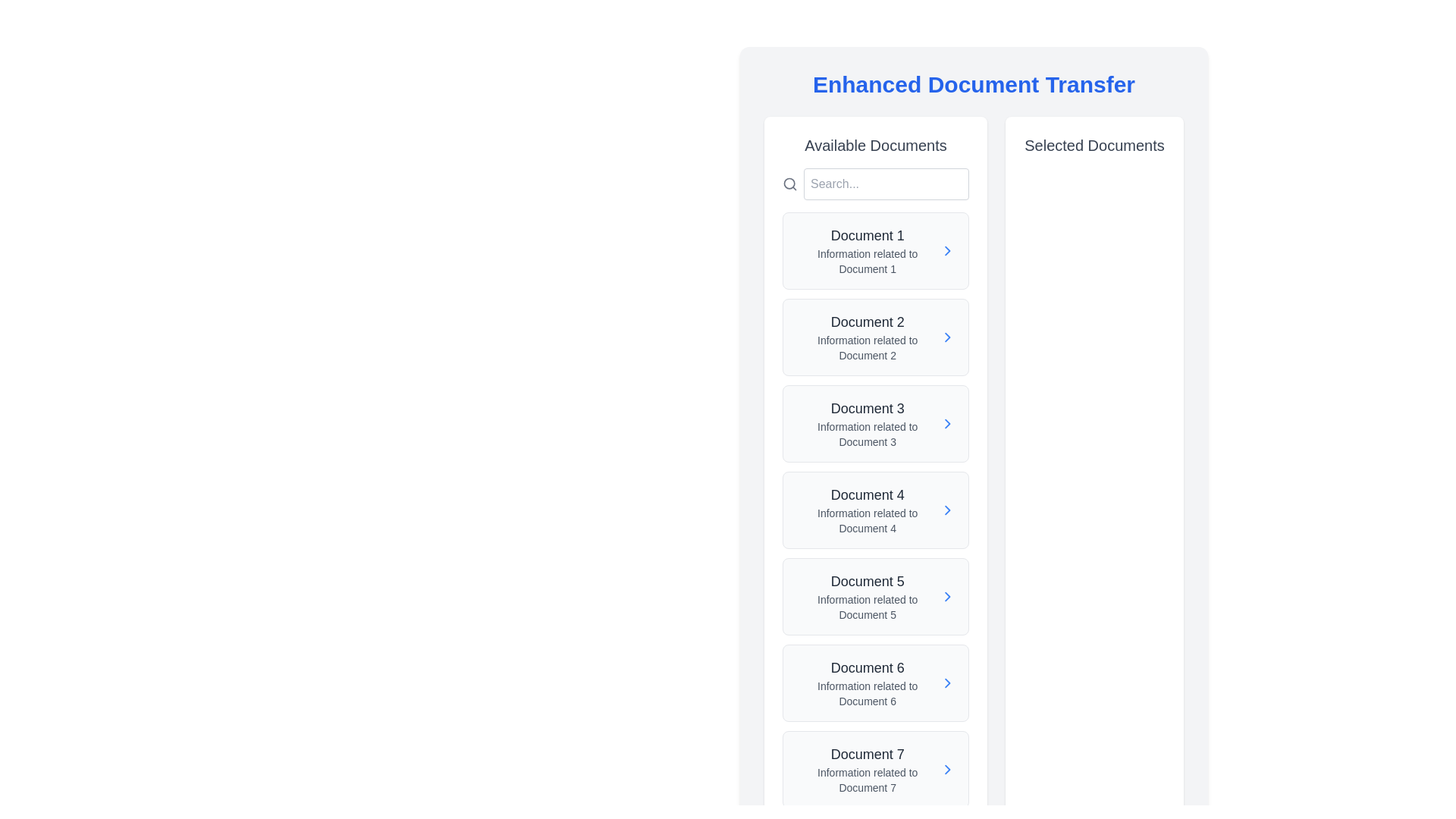 The image size is (1456, 819). I want to click on title 'Document 1' and the description 'Information related to Document 1' from the Text block element located in the 'Available Documents' column, so click(868, 250).